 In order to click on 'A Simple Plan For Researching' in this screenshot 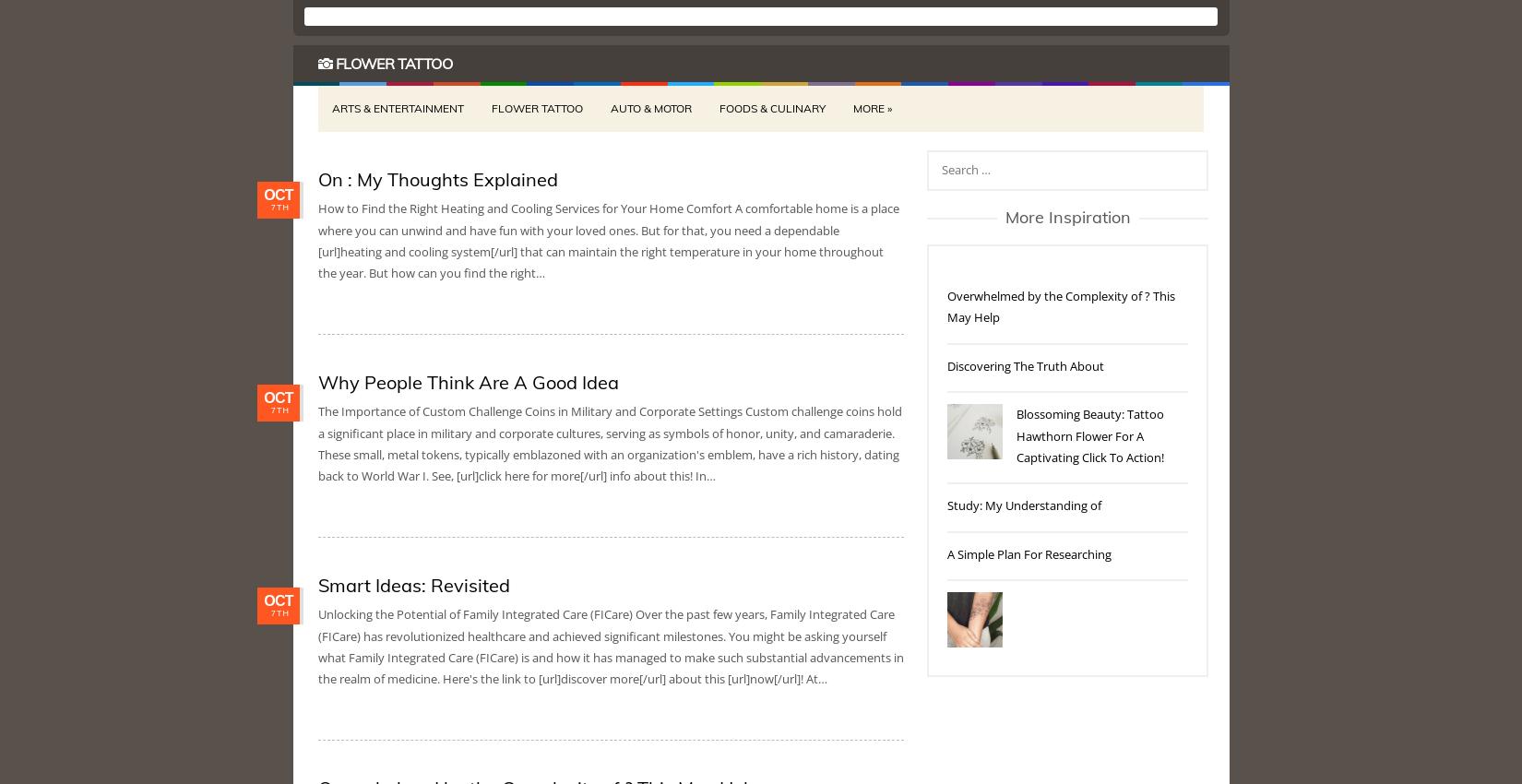, I will do `click(1029, 552)`.